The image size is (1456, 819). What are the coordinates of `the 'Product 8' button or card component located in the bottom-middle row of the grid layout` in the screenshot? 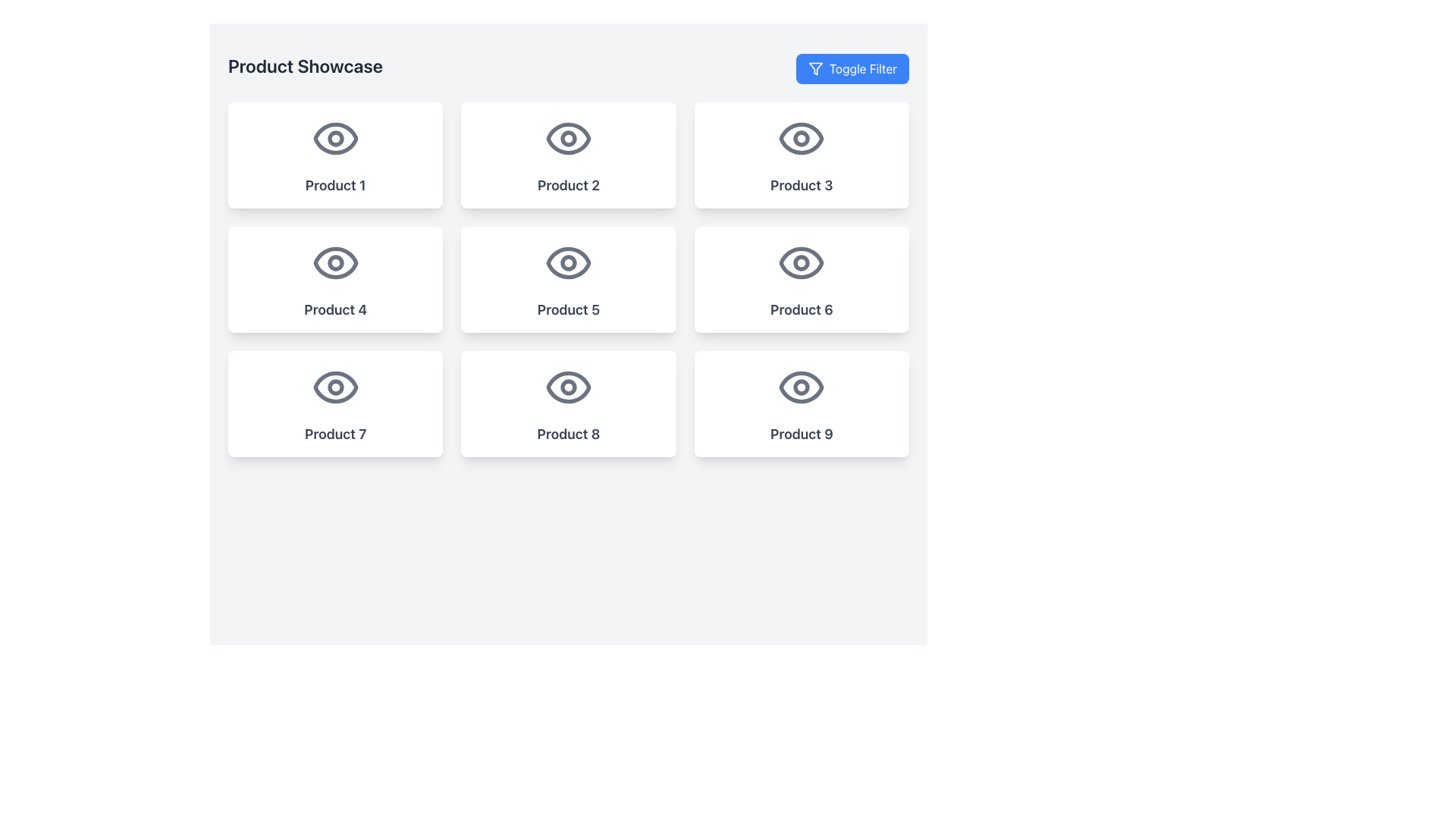 It's located at (567, 403).